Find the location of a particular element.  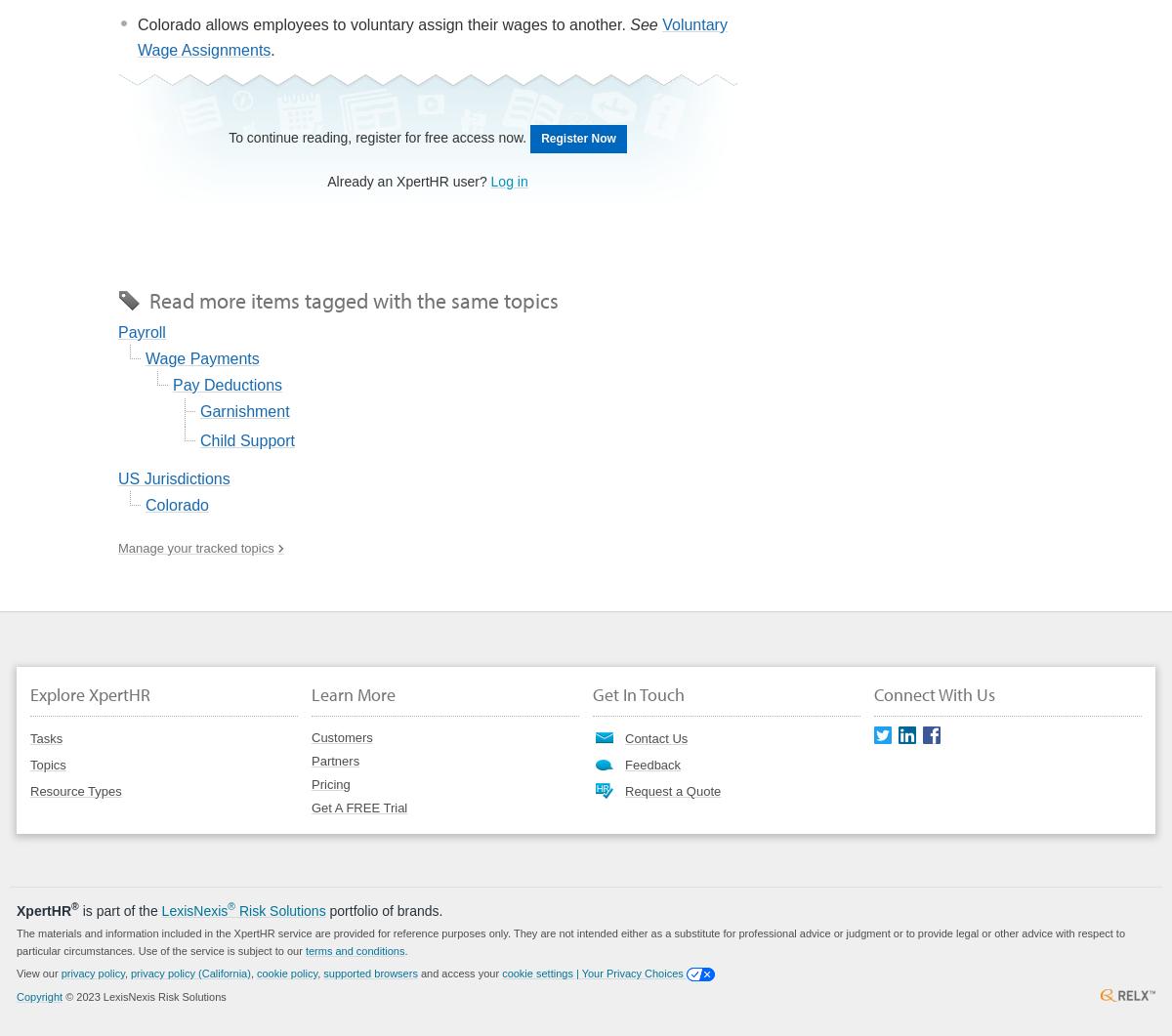

'Already an XpertHR user?' is located at coordinates (408, 180).